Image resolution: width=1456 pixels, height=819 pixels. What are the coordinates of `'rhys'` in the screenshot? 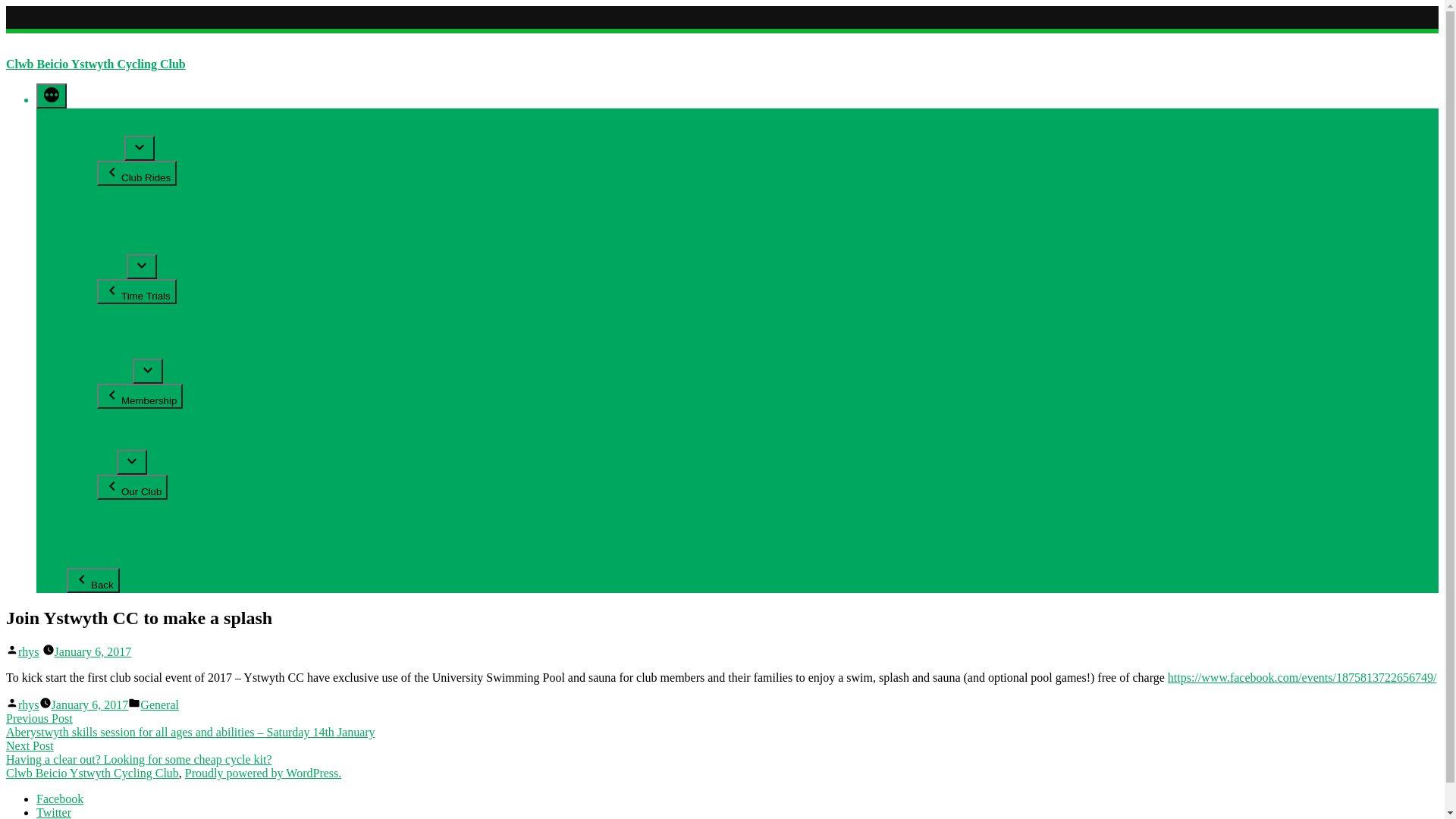 It's located at (29, 704).